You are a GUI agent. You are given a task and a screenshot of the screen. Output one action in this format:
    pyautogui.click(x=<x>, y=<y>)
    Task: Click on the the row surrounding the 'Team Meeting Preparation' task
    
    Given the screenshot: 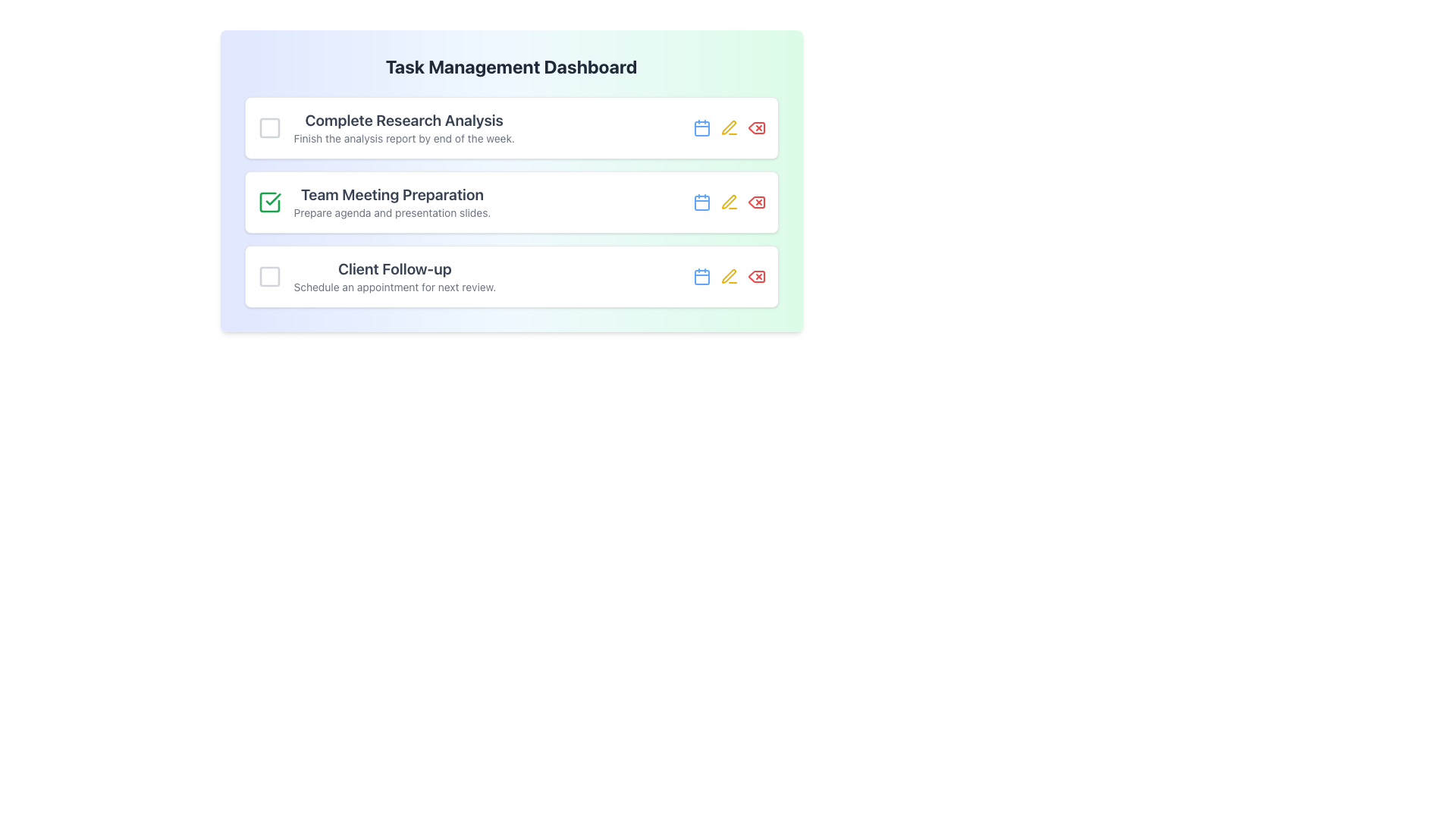 What is the action you would take?
    pyautogui.click(x=392, y=201)
    